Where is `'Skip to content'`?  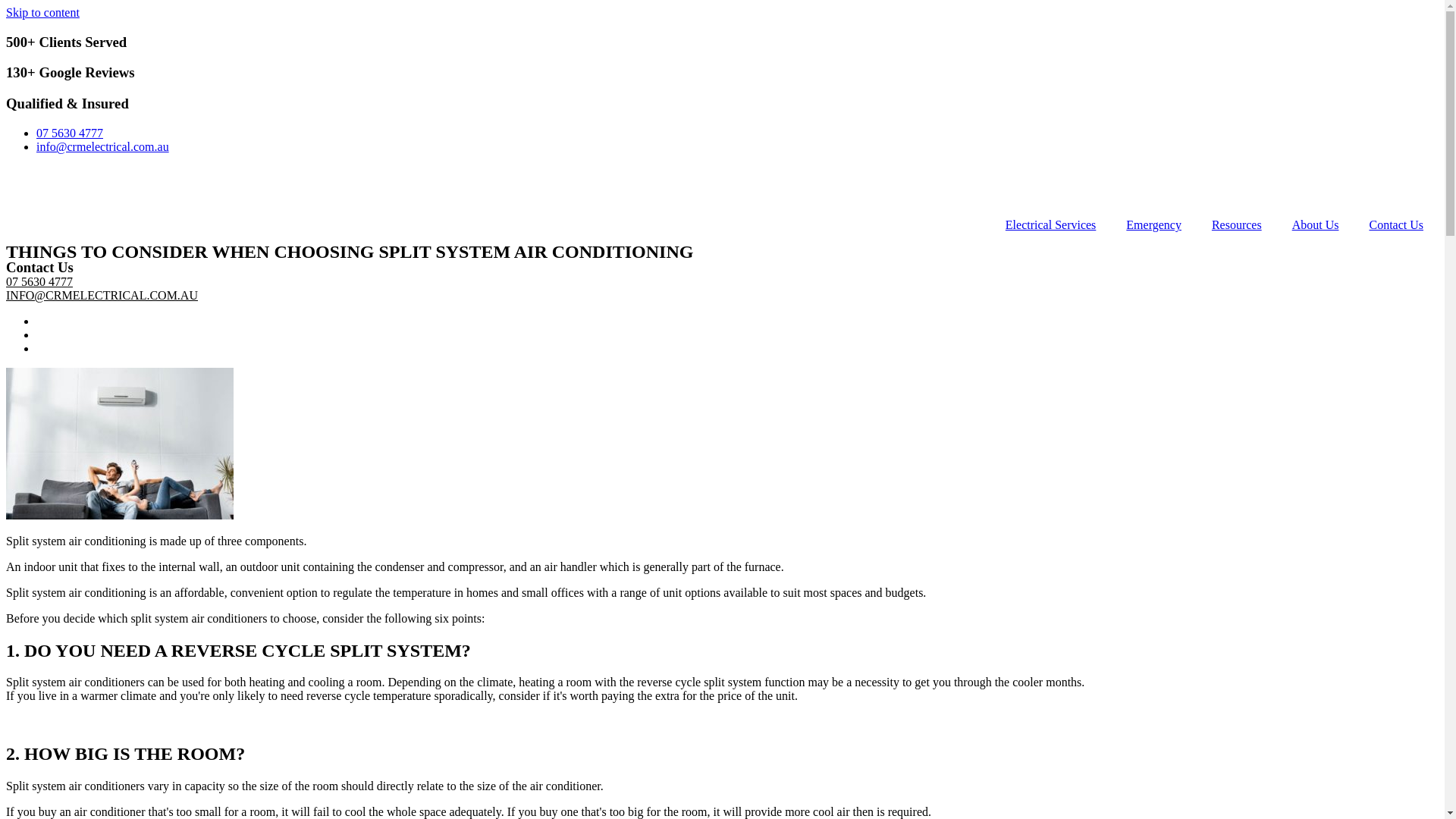
'Skip to content' is located at coordinates (42, 12).